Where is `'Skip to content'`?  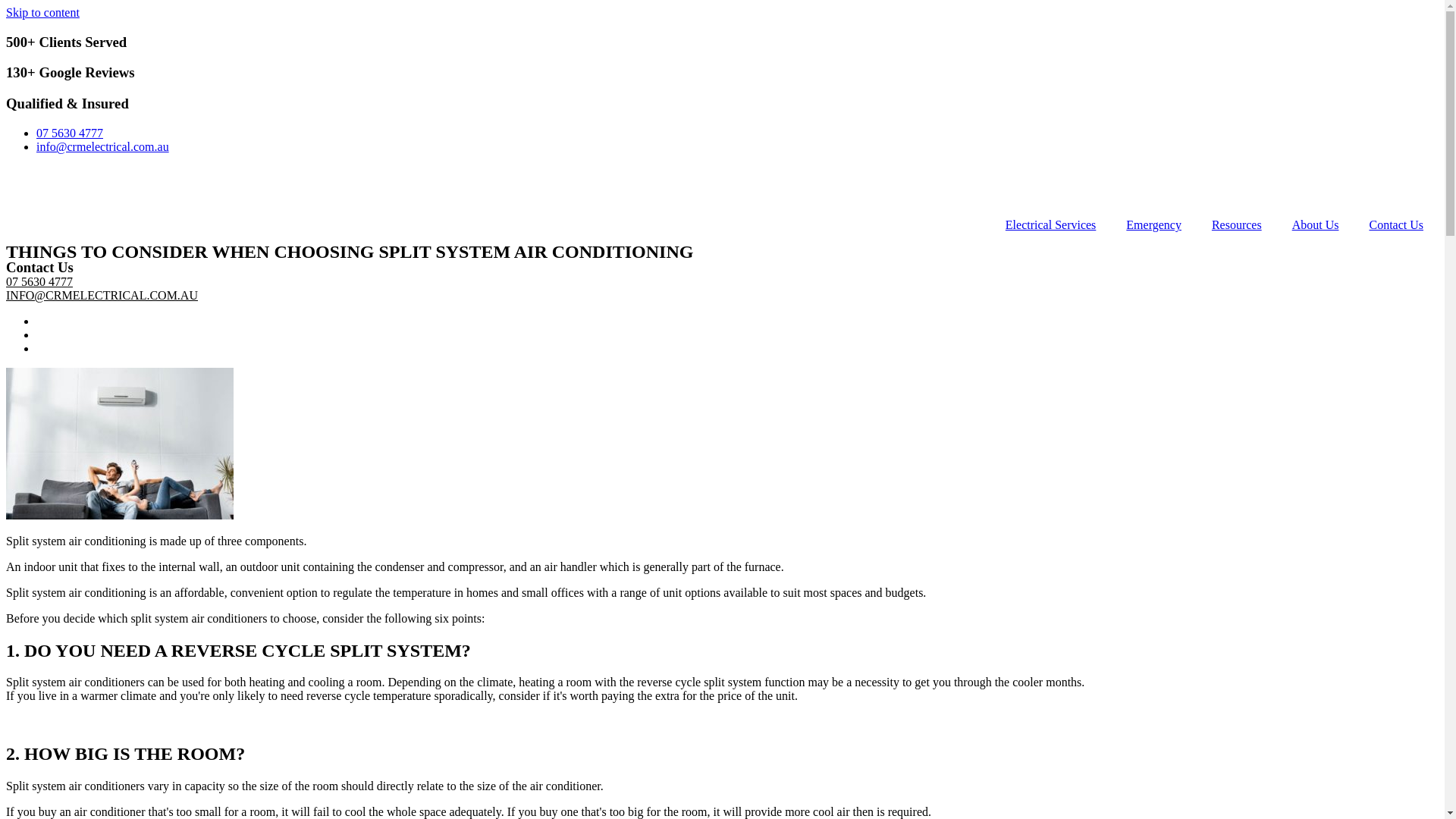
'Skip to content' is located at coordinates (42, 12).